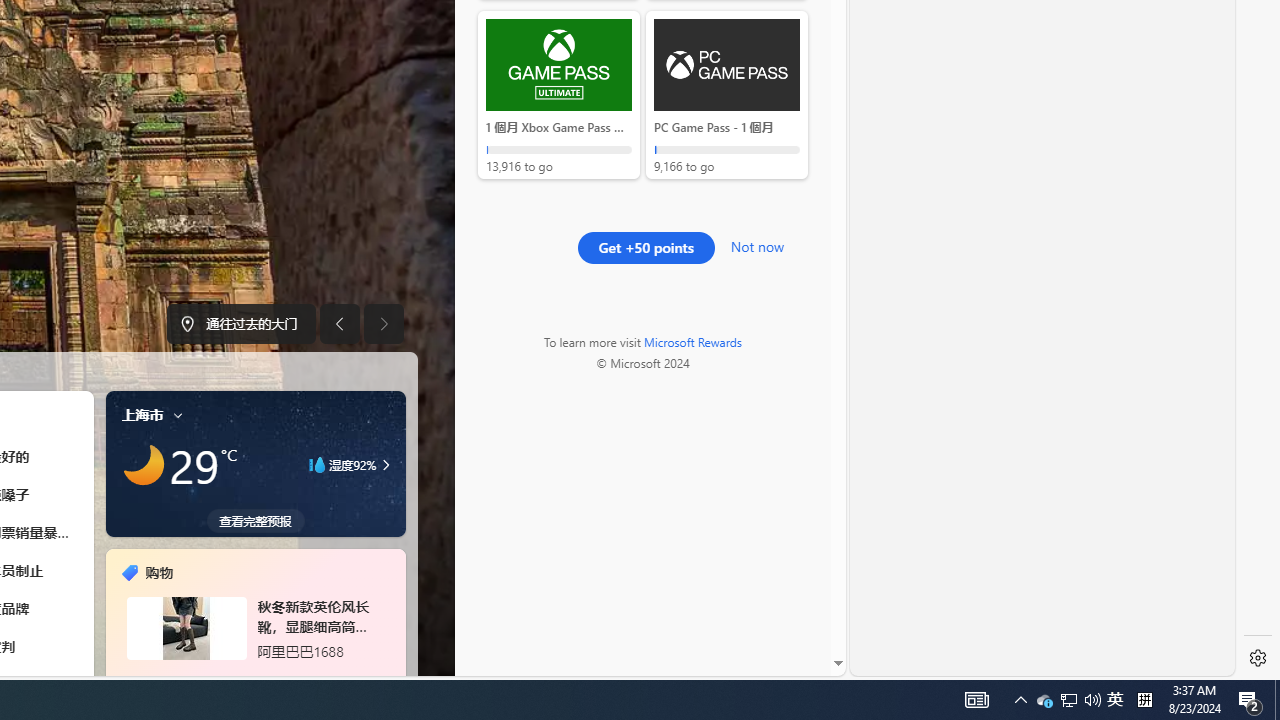 Image resolution: width=1280 pixels, height=720 pixels. What do you see at coordinates (646, 247) in the screenshot?
I see `'Get +50 points'` at bounding box center [646, 247].